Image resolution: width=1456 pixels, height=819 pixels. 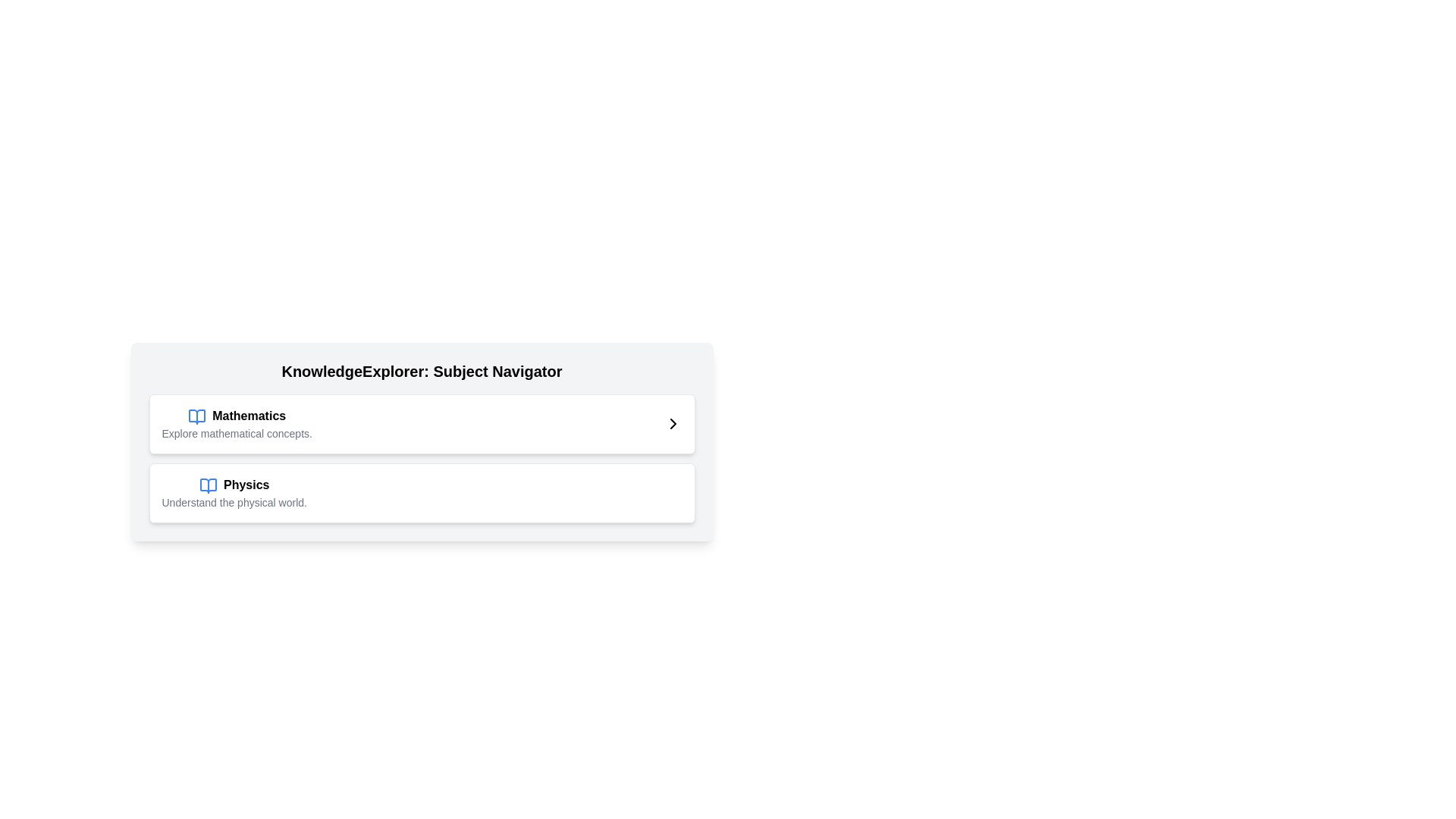 What do you see at coordinates (672, 424) in the screenshot?
I see `the right-pointing chevron icon located at the far right of the 'Mathematics' subject item` at bounding box center [672, 424].